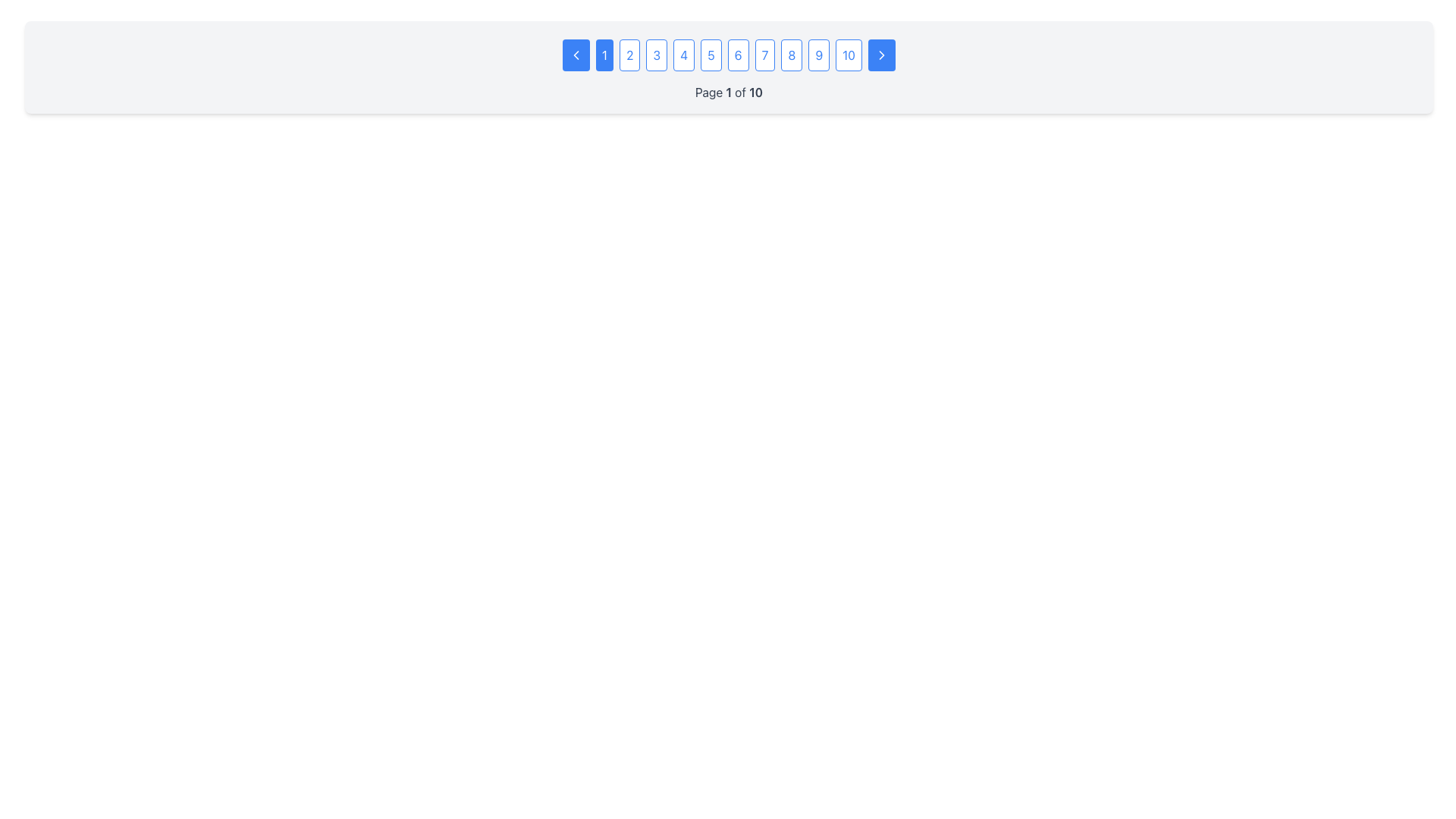 The image size is (1456, 819). Describe the element at coordinates (881, 55) in the screenshot. I see `the chevron icon within the rightmost navigational button in the pagination component` at that location.